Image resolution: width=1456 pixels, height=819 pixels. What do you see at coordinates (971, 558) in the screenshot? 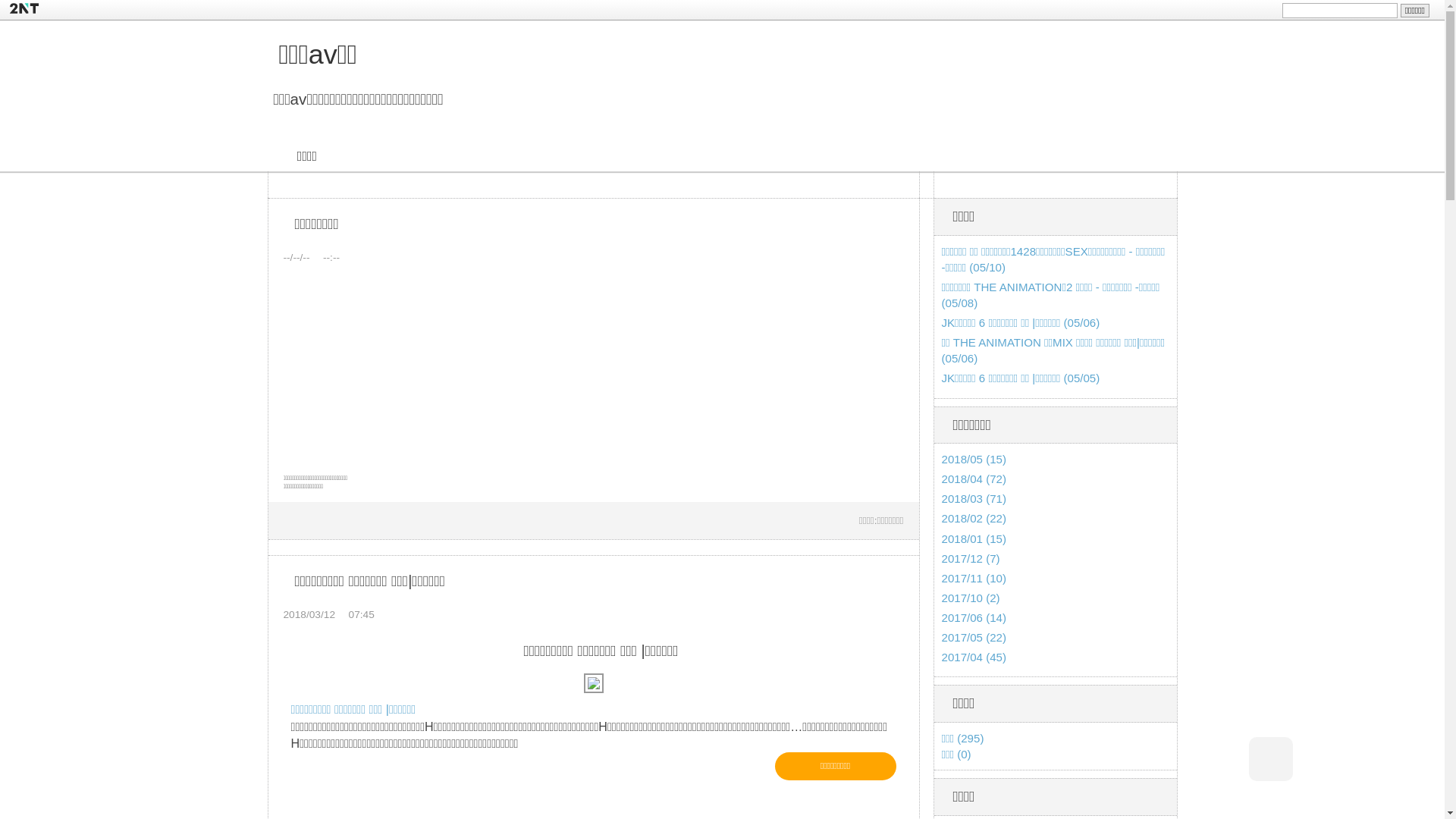
I see `'2017/12 (7)'` at bounding box center [971, 558].